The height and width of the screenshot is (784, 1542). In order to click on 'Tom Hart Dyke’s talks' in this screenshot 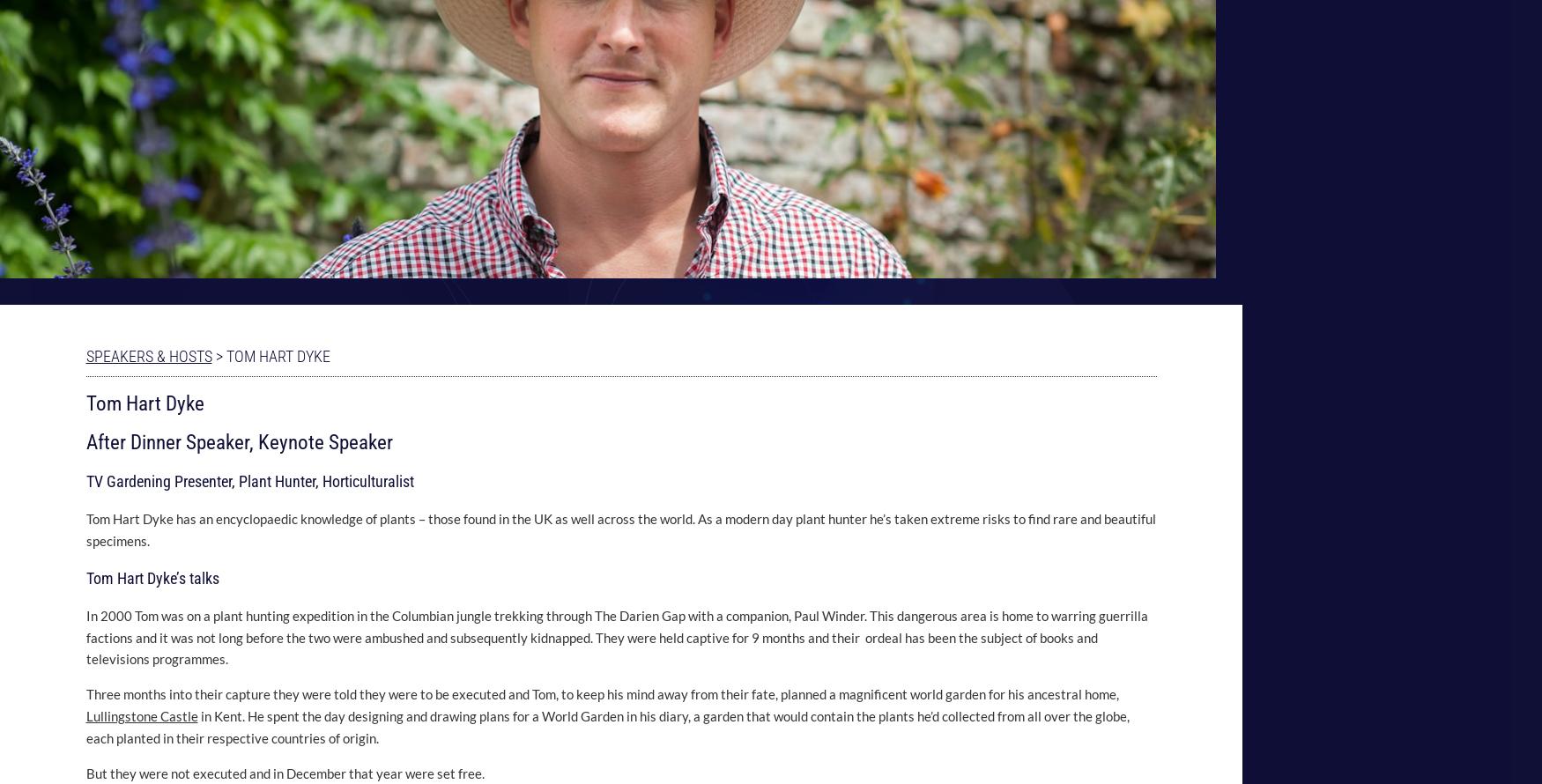, I will do `click(85, 577)`.